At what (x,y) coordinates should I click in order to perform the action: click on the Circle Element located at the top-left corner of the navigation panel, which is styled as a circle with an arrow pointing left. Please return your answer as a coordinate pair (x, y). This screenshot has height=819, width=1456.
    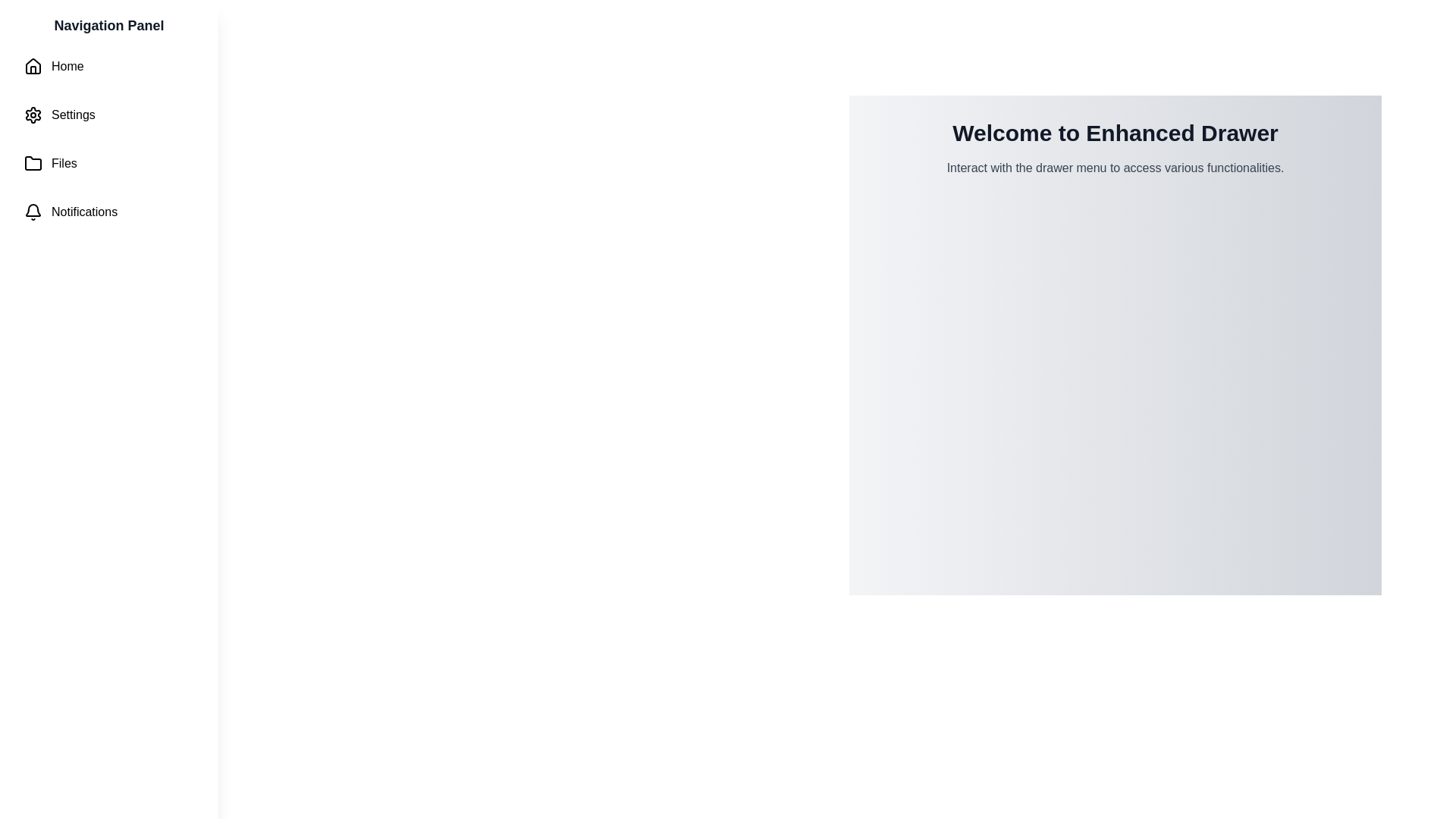
    Looking at the image, I should click on (29, 29).